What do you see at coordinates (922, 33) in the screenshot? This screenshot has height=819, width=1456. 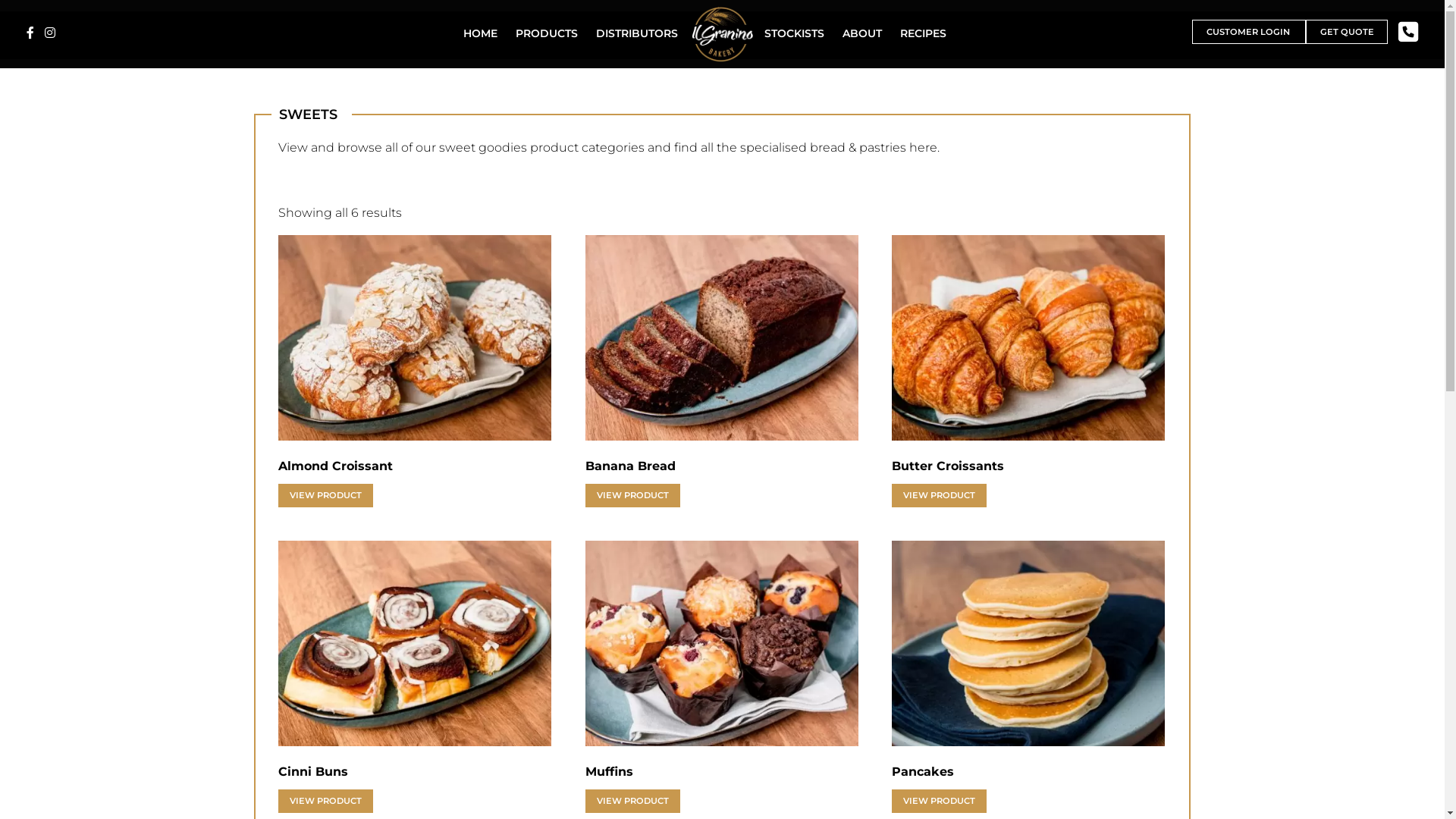 I see `'RECIPES'` at bounding box center [922, 33].